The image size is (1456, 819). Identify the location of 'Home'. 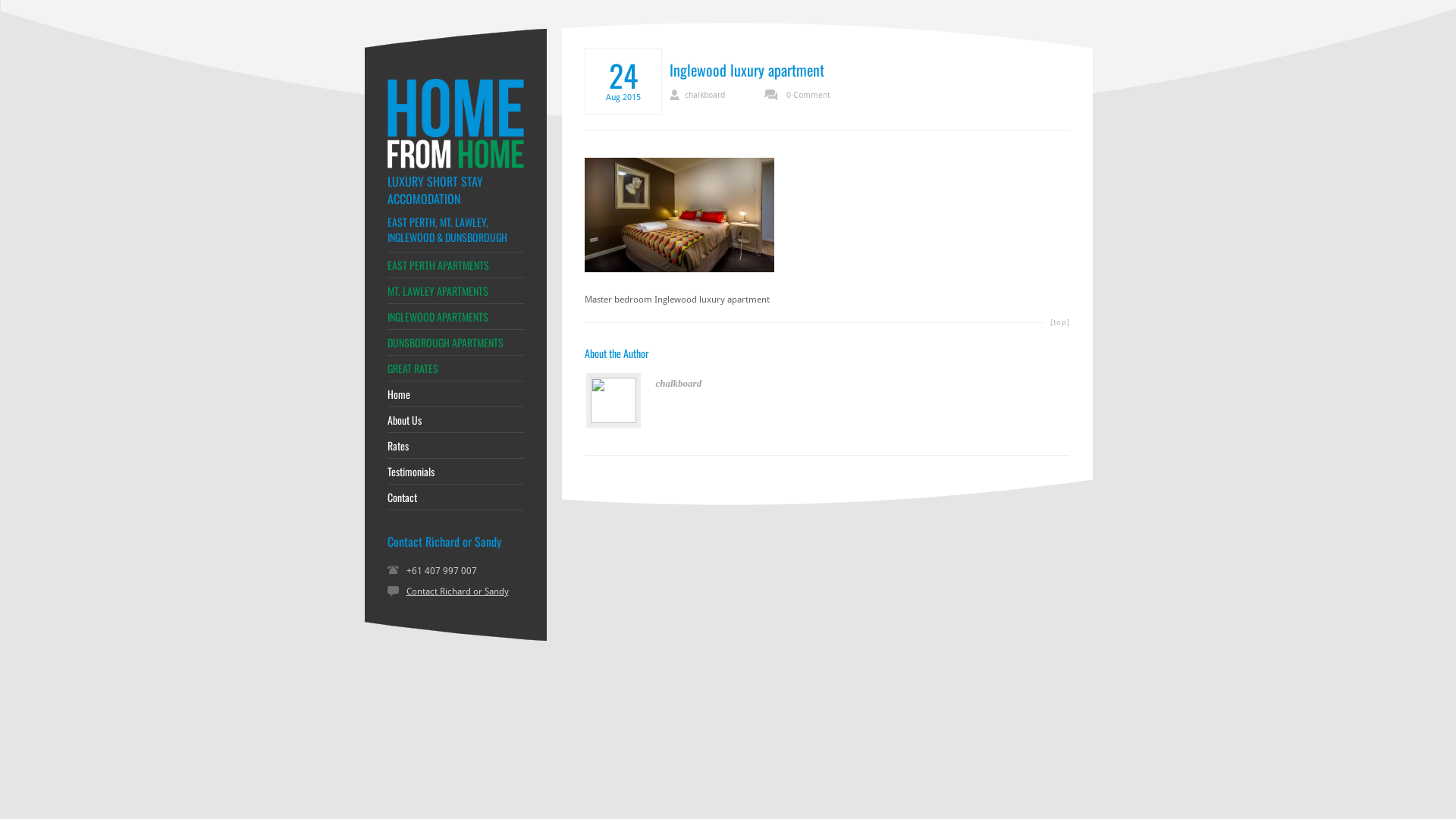
(454, 394).